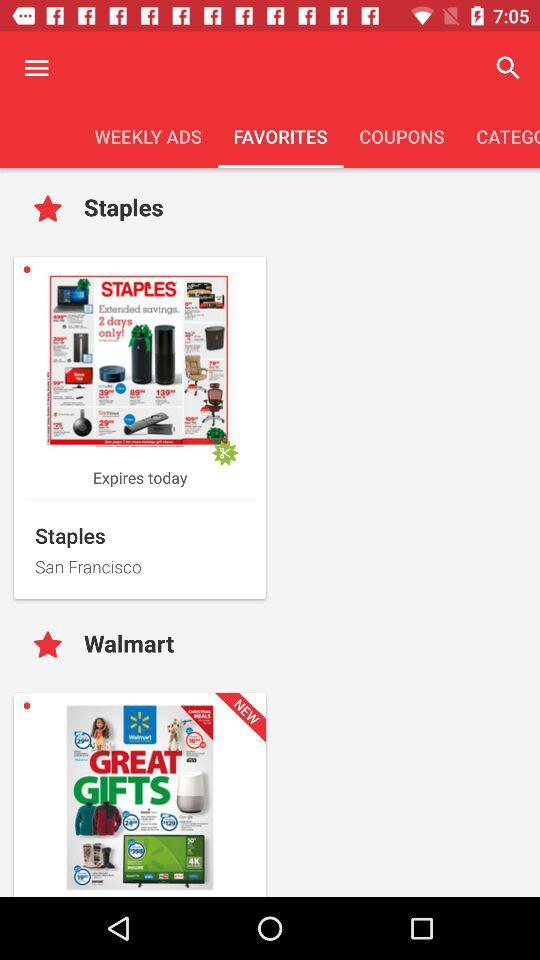 This screenshot has width=540, height=960. What do you see at coordinates (52, 645) in the screenshot?
I see `on save` at bounding box center [52, 645].